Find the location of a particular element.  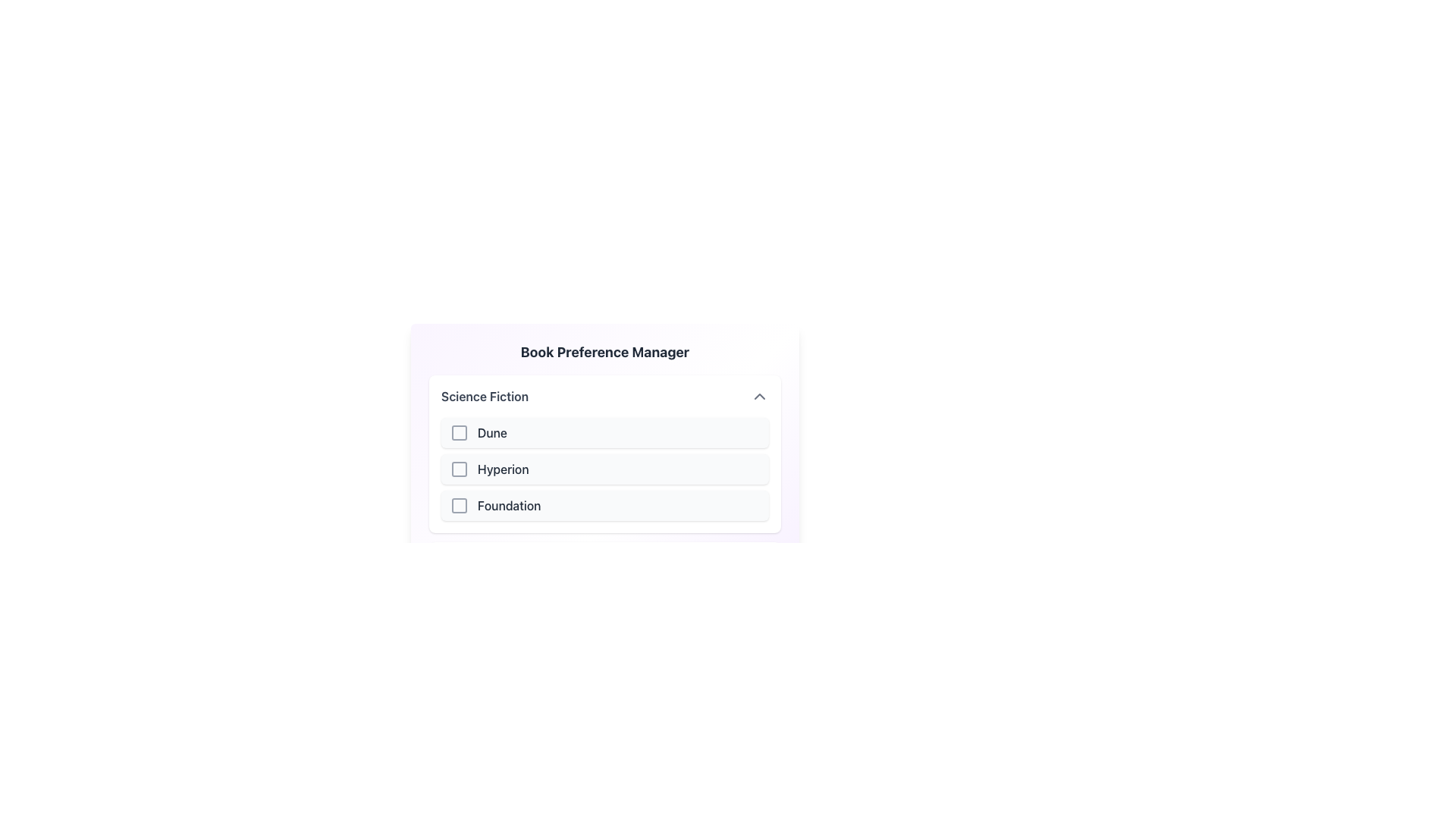

the chevron-up icon button styled with a gray stroke located at the right end of the 'Science Fiction' section is located at coordinates (760, 396).